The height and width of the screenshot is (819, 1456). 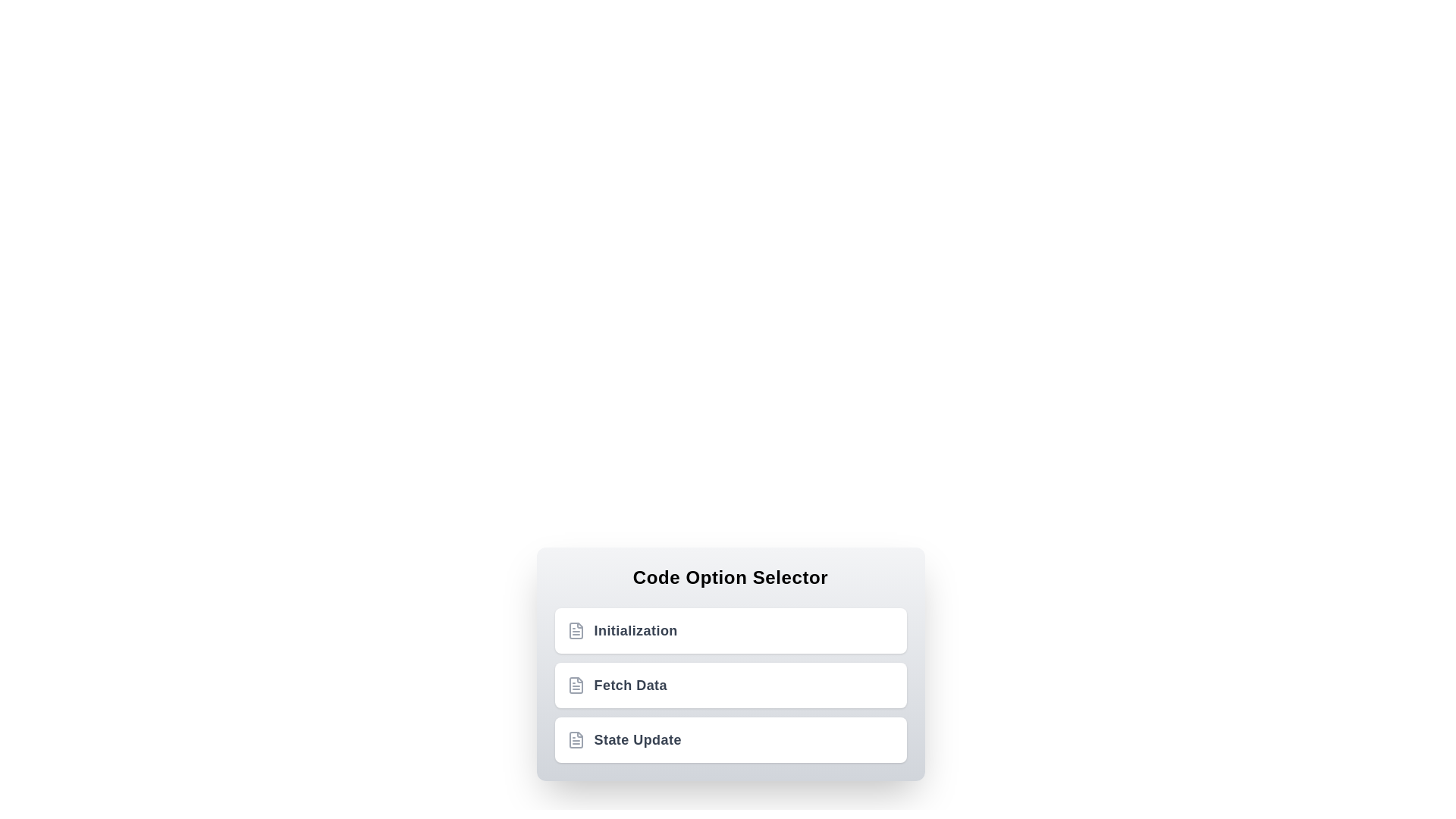 What do you see at coordinates (575, 739) in the screenshot?
I see `the document or file icon visually associated with the 'State Update' option` at bounding box center [575, 739].